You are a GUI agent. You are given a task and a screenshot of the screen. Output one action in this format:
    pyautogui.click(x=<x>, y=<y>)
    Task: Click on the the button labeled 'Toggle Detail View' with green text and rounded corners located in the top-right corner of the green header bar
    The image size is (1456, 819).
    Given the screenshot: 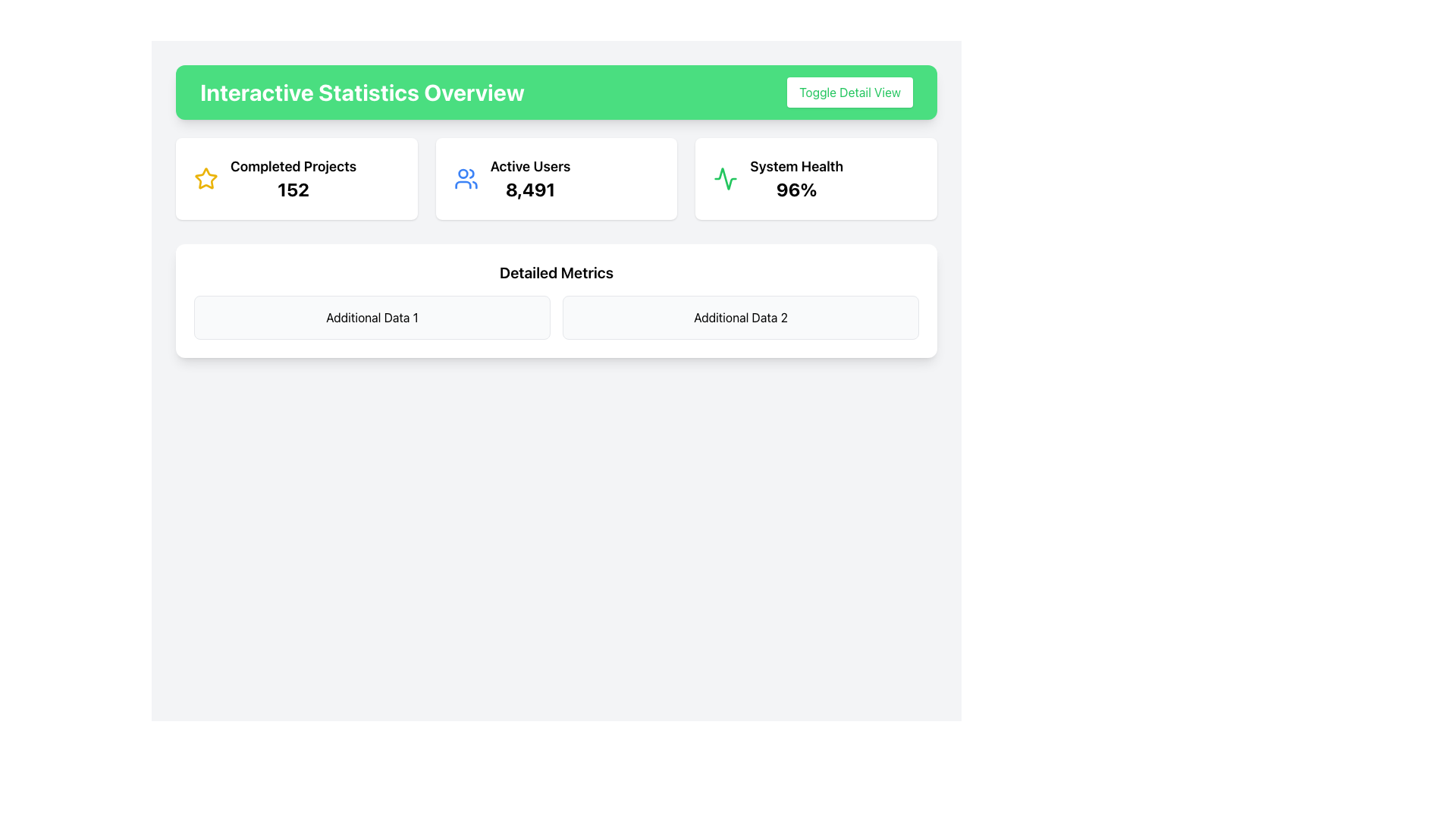 What is the action you would take?
    pyautogui.click(x=850, y=93)
    